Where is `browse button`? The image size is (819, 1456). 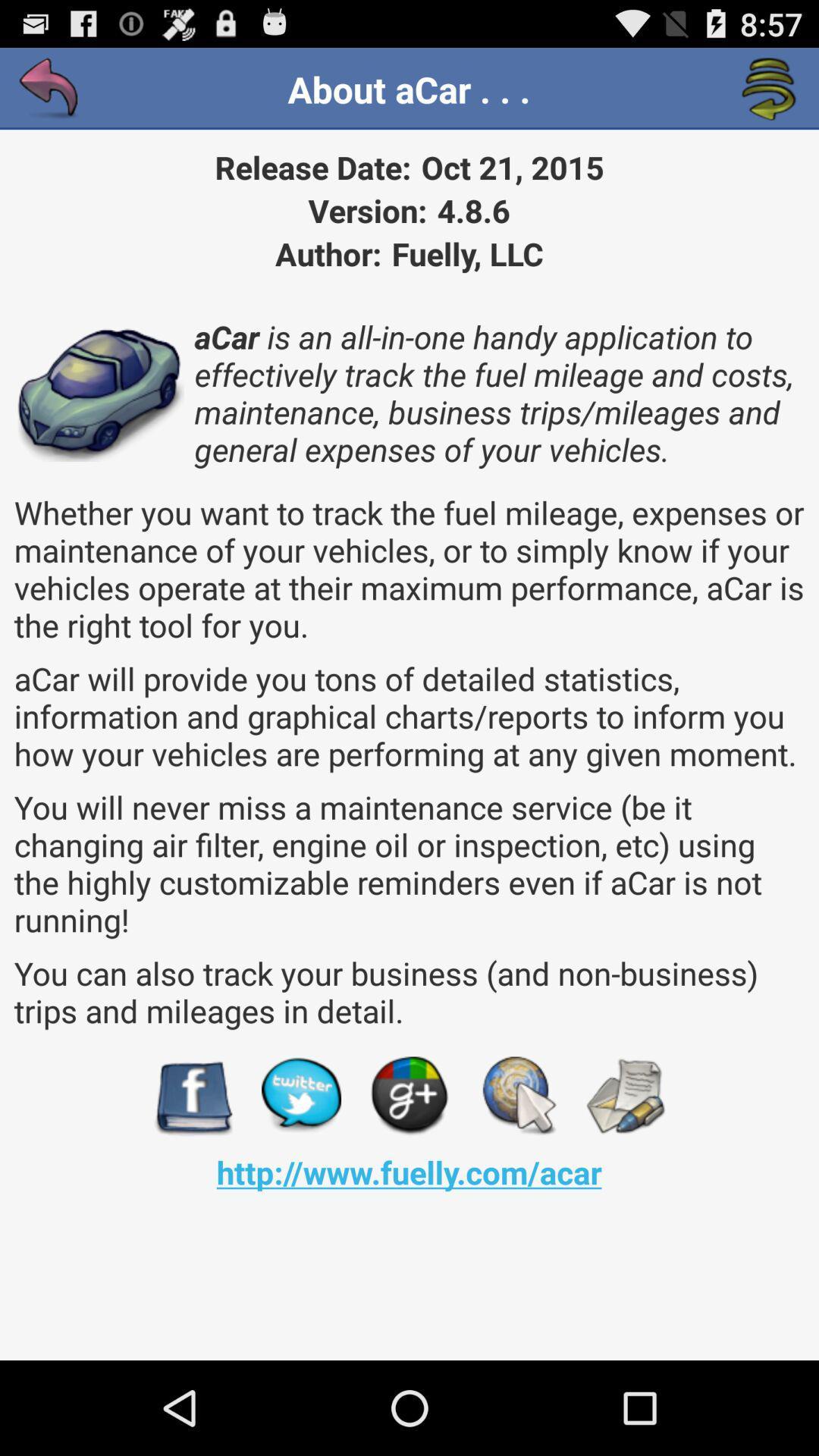 browse button is located at coordinates (516, 1096).